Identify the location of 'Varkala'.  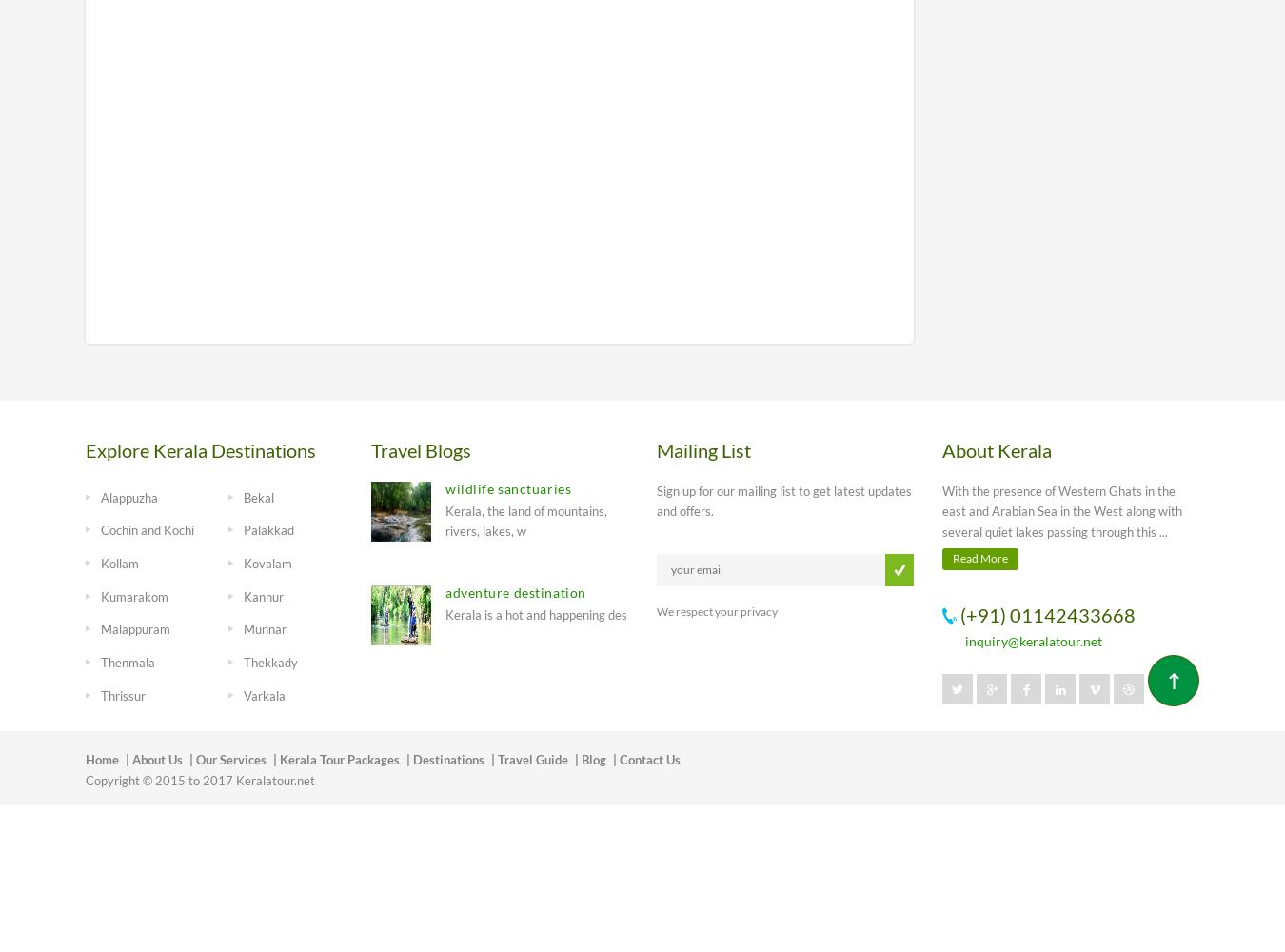
(242, 694).